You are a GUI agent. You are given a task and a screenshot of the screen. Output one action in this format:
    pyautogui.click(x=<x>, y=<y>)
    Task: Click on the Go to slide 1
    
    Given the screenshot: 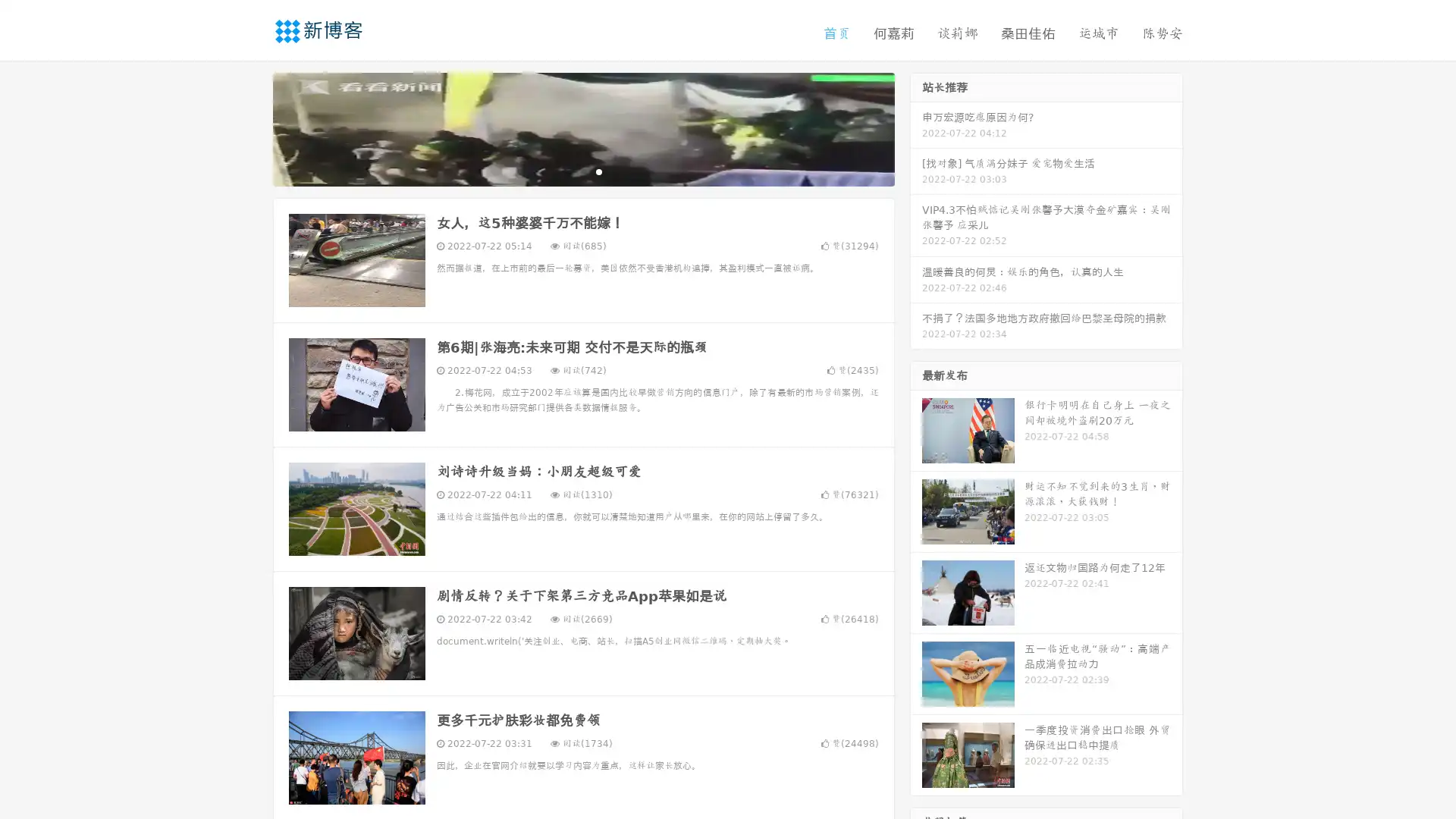 What is the action you would take?
    pyautogui.click(x=567, y=171)
    